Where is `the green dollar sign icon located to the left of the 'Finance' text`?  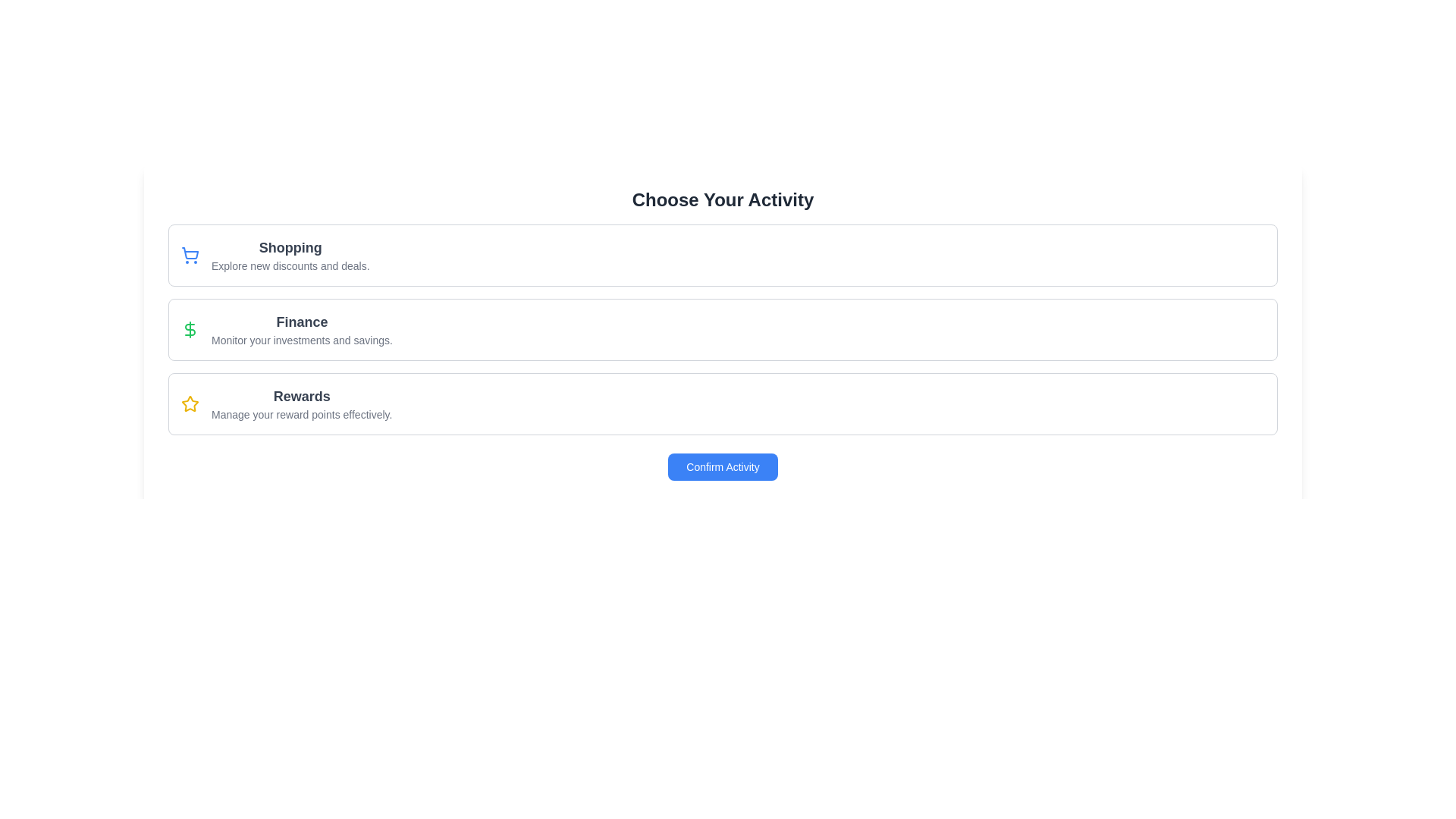 the green dollar sign icon located to the left of the 'Finance' text is located at coordinates (189, 329).